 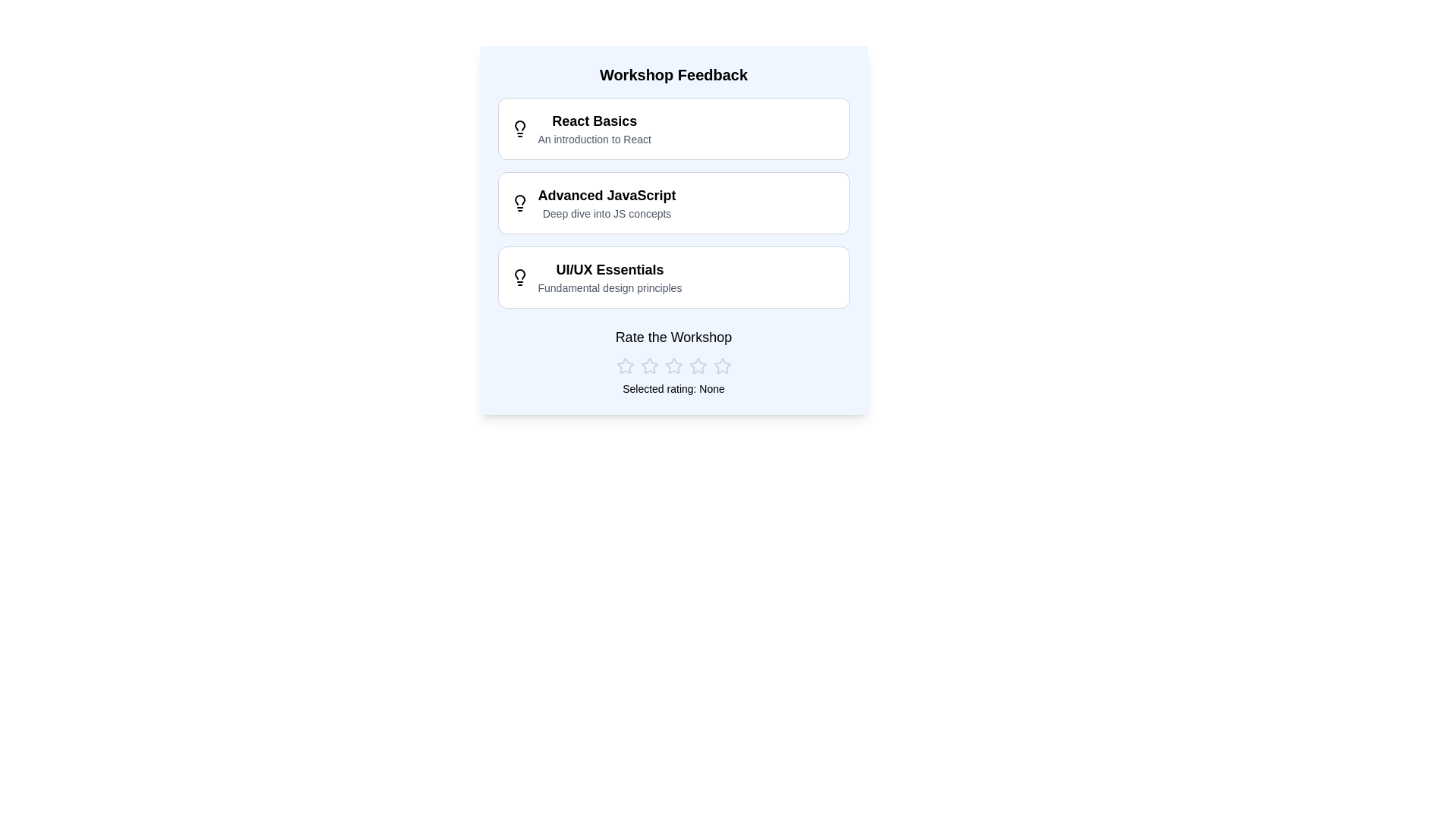 I want to click on the third star icon in the row of five rating stars under the 'Rate the Workshop' heading, so click(x=673, y=366).